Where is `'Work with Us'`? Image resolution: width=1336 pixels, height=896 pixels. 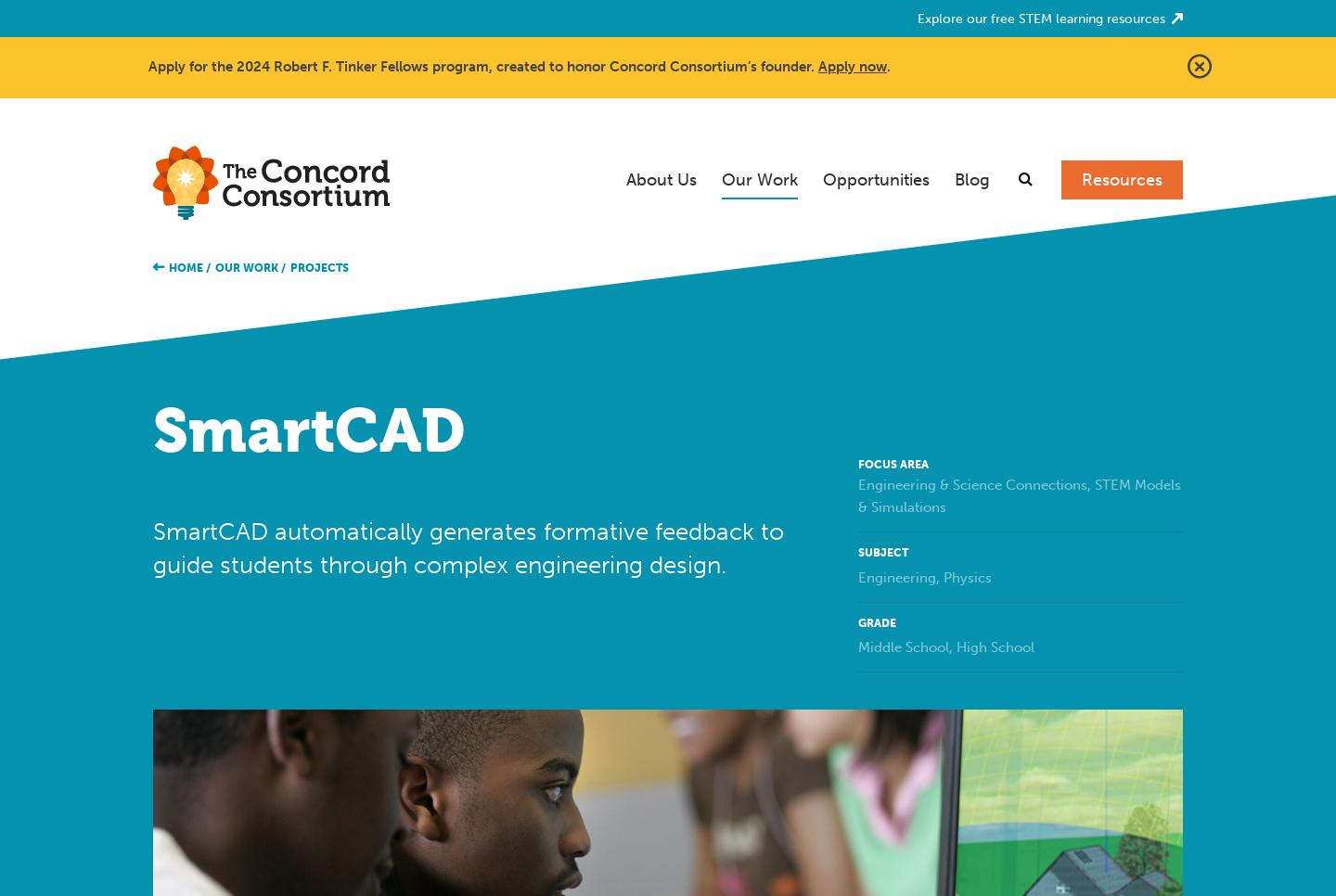 'Work with Us' is located at coordinates (884, 315).